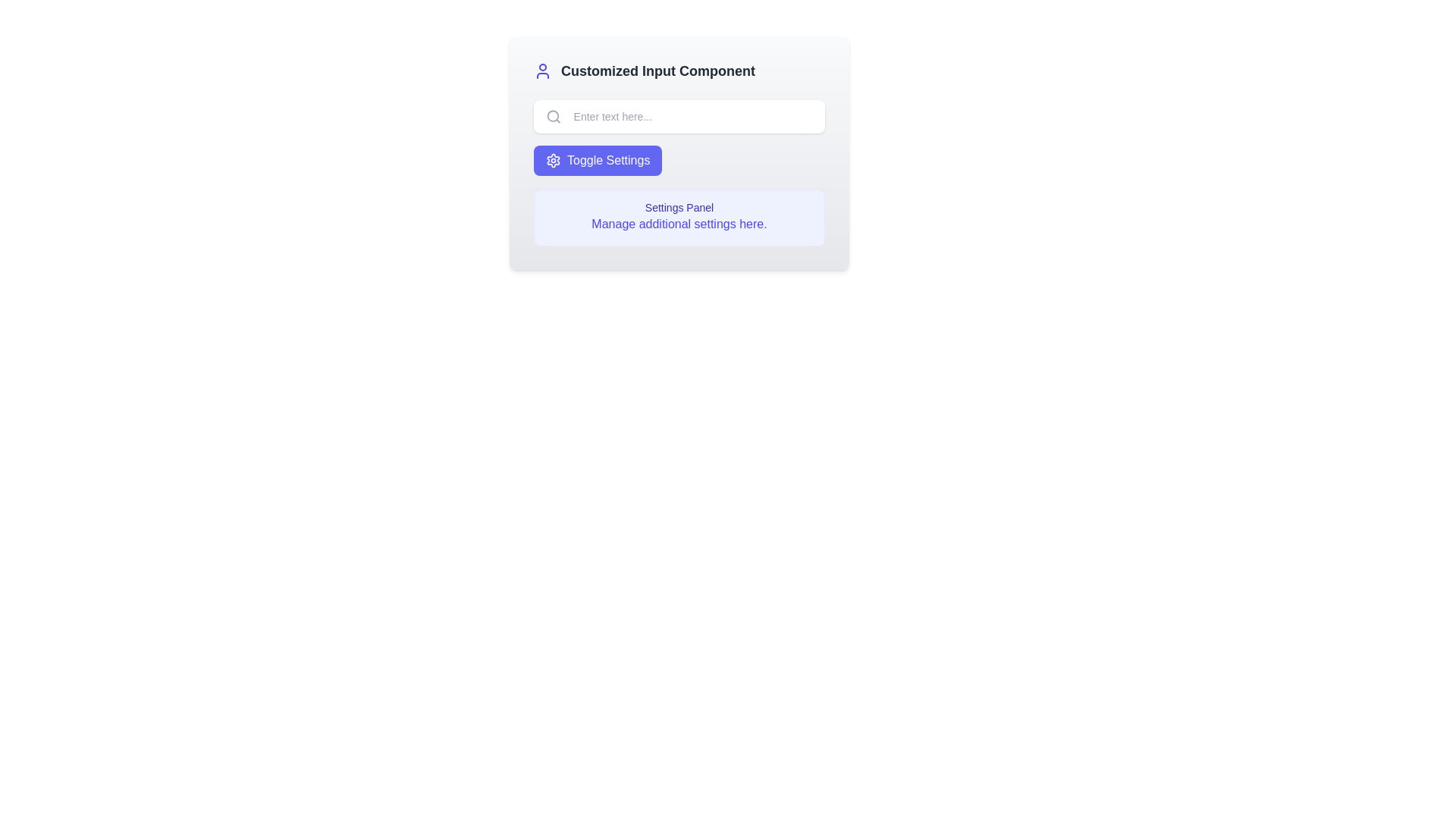 The height and width of the screenshot is (819, 1456). I want to click on the 'Toggle Settings' button, which has rounded corners, an indigo background, a gear icon on the left, and white text, so click(597, 161).